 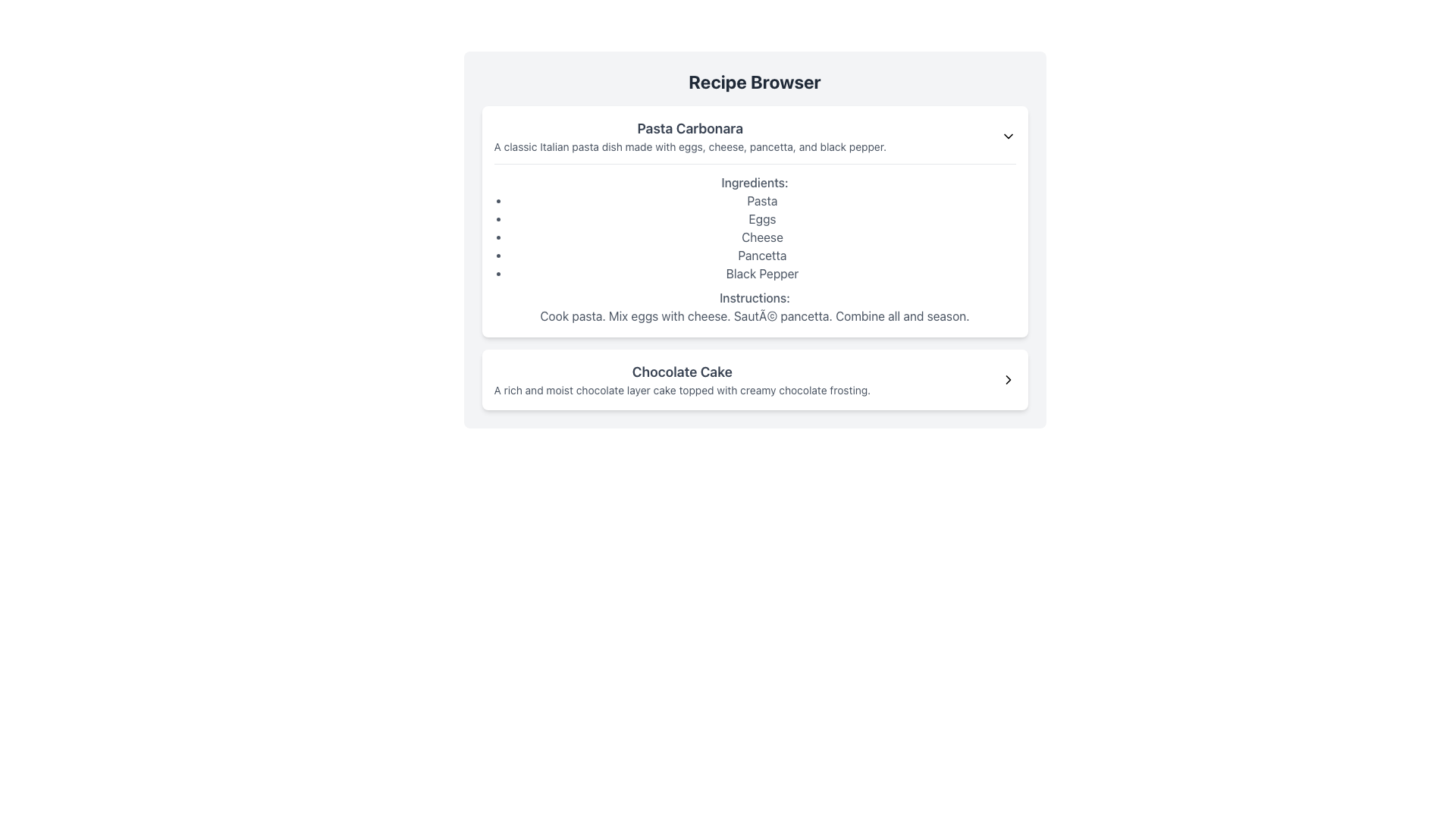 What do you see at coordinates (1008, 136) in the screenshot?
I see `the downwards-pointing chevron icon located at the far right of the 'Pasta Carbonara' recipe card header` at bounding box center [1008, 136].